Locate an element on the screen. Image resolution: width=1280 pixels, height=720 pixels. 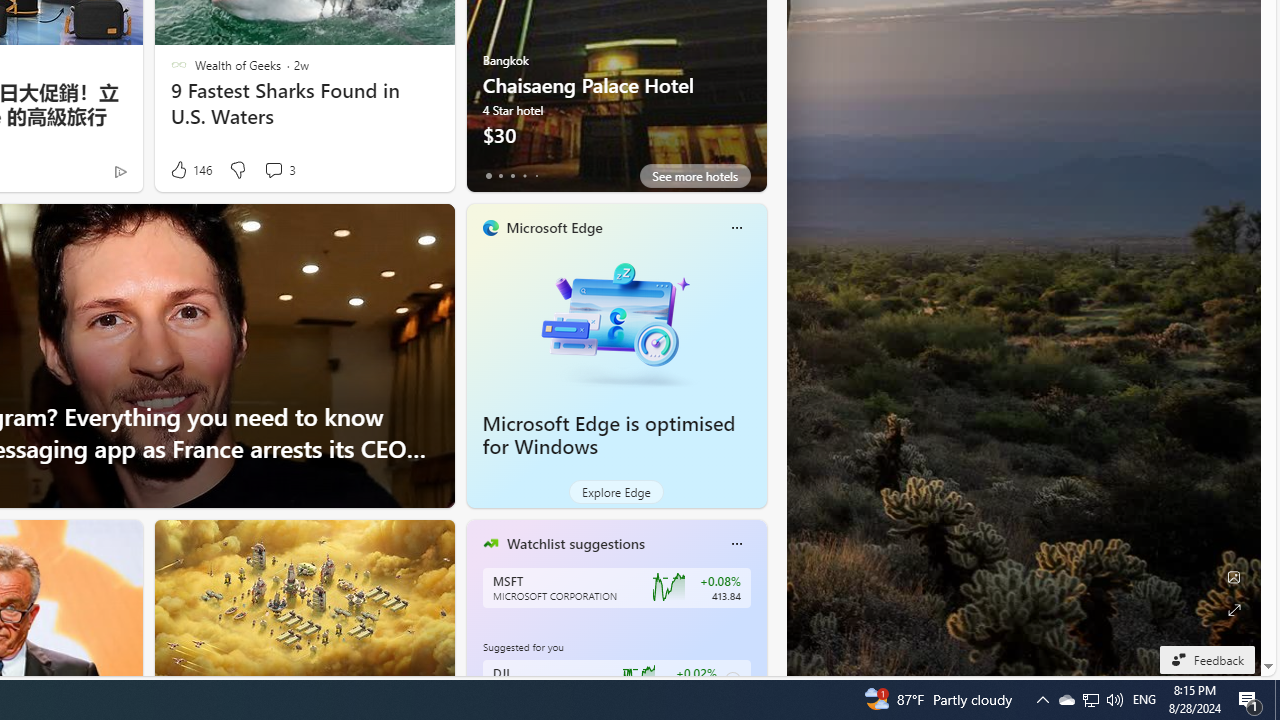
'View comments 3 Comment' is located at coordinates (272, 168).